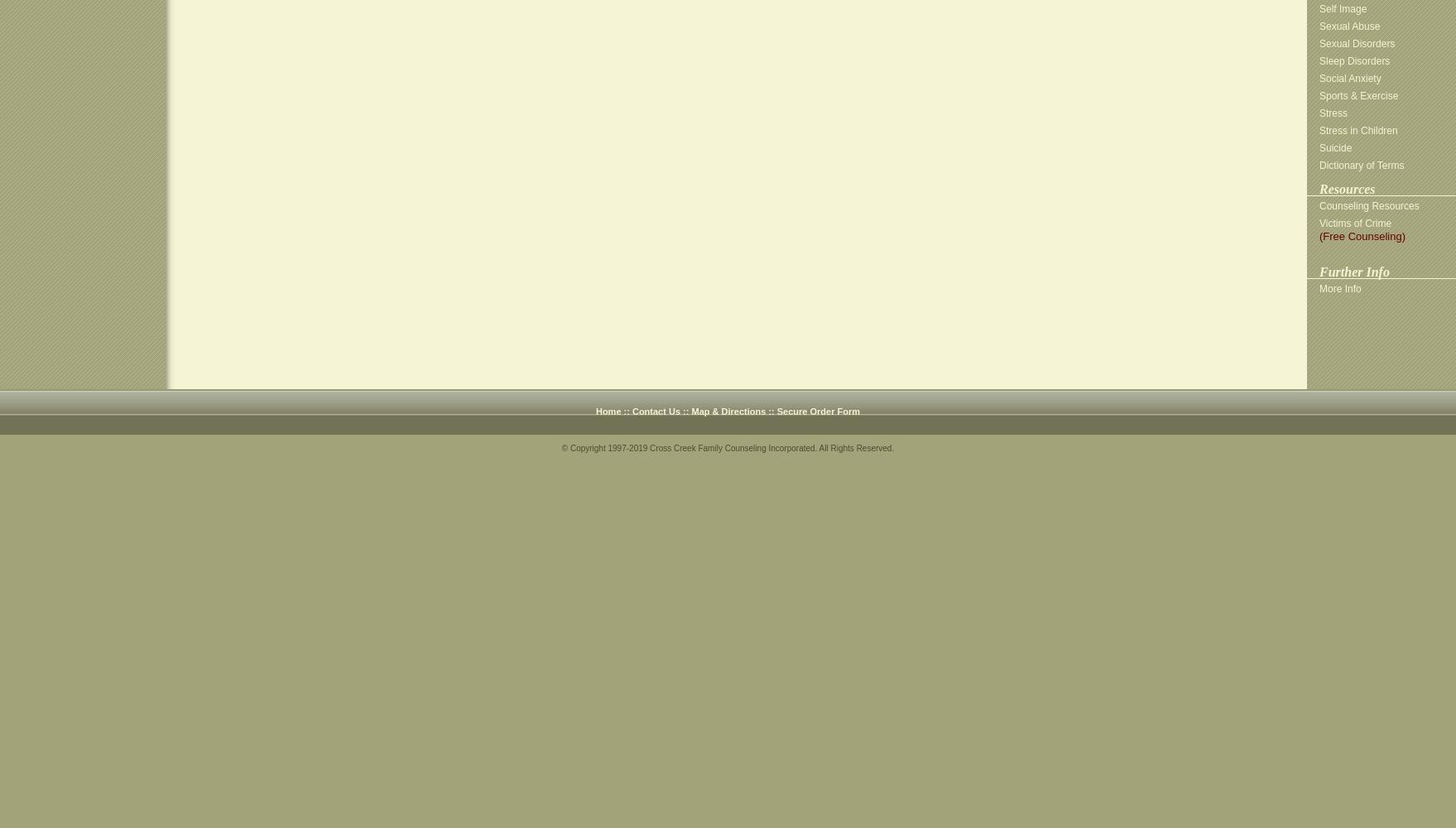 Image resolution: width=1456 pixels, height=828 pixels. What do you see at coordinates (1319, 236) in the screenshot?
I see `'(Free Counseling)'` at bounding box center [1319, 236].